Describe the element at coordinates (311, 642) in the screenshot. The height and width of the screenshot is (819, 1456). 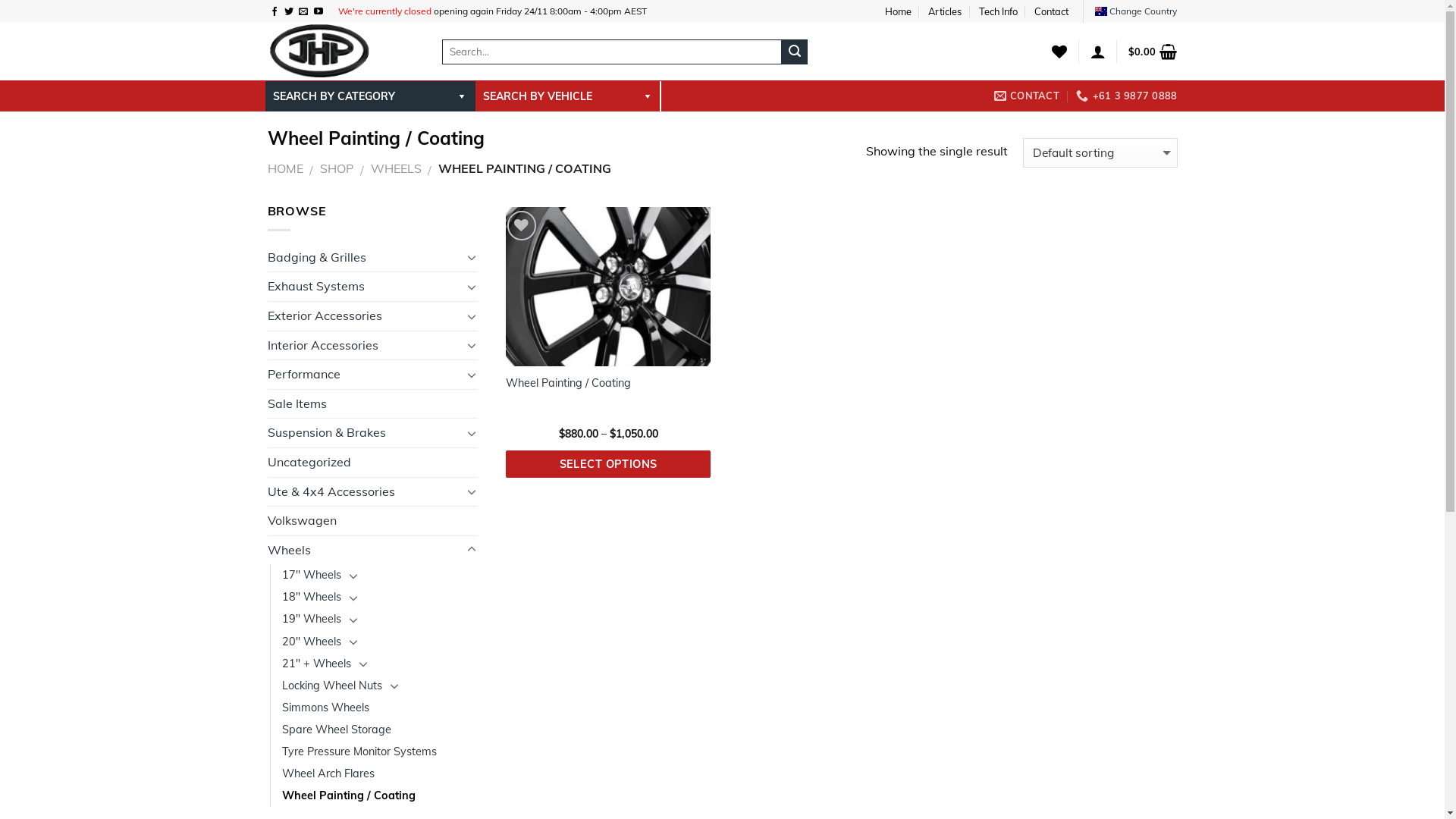
I see `'20" Wheels'` at that location.